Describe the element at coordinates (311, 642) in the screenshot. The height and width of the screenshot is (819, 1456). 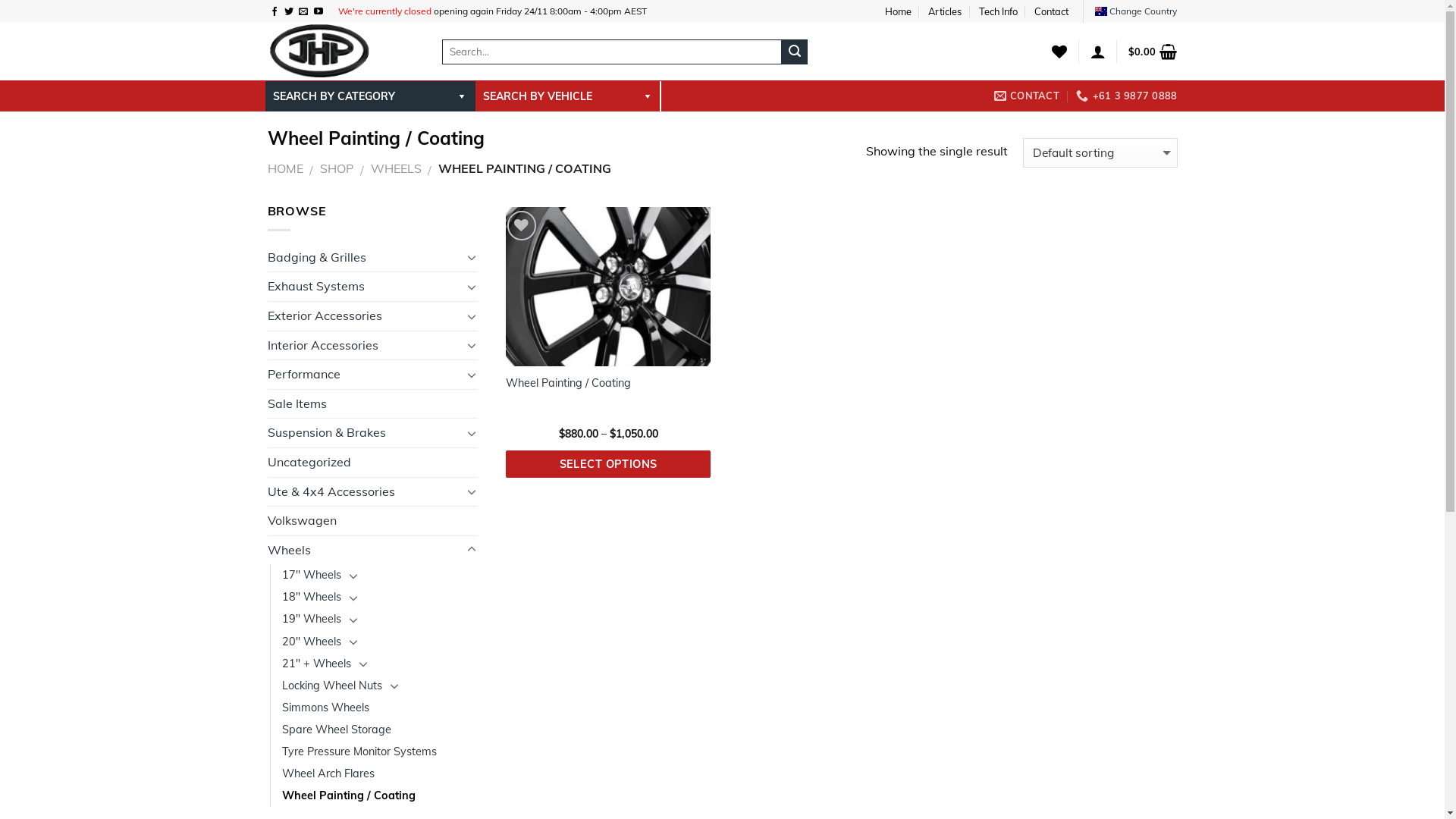
I see `'20" Wheels'` at that location.